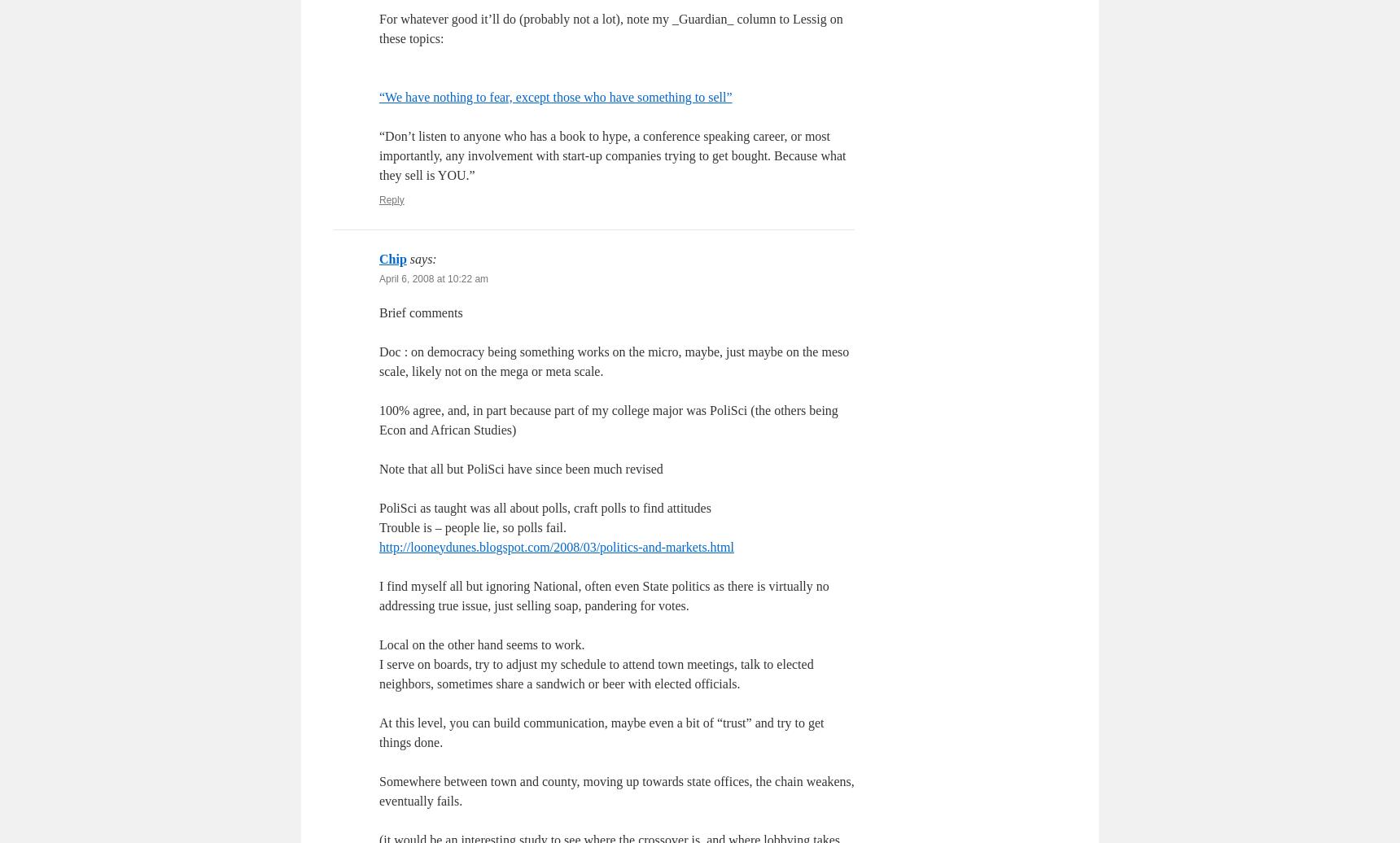 The image size is (1400, 843). What do you see at coordinates (481, 644) in the screenshot?
I see `'Local on the other hand seems to work.'` at bounding box center [481, 644].